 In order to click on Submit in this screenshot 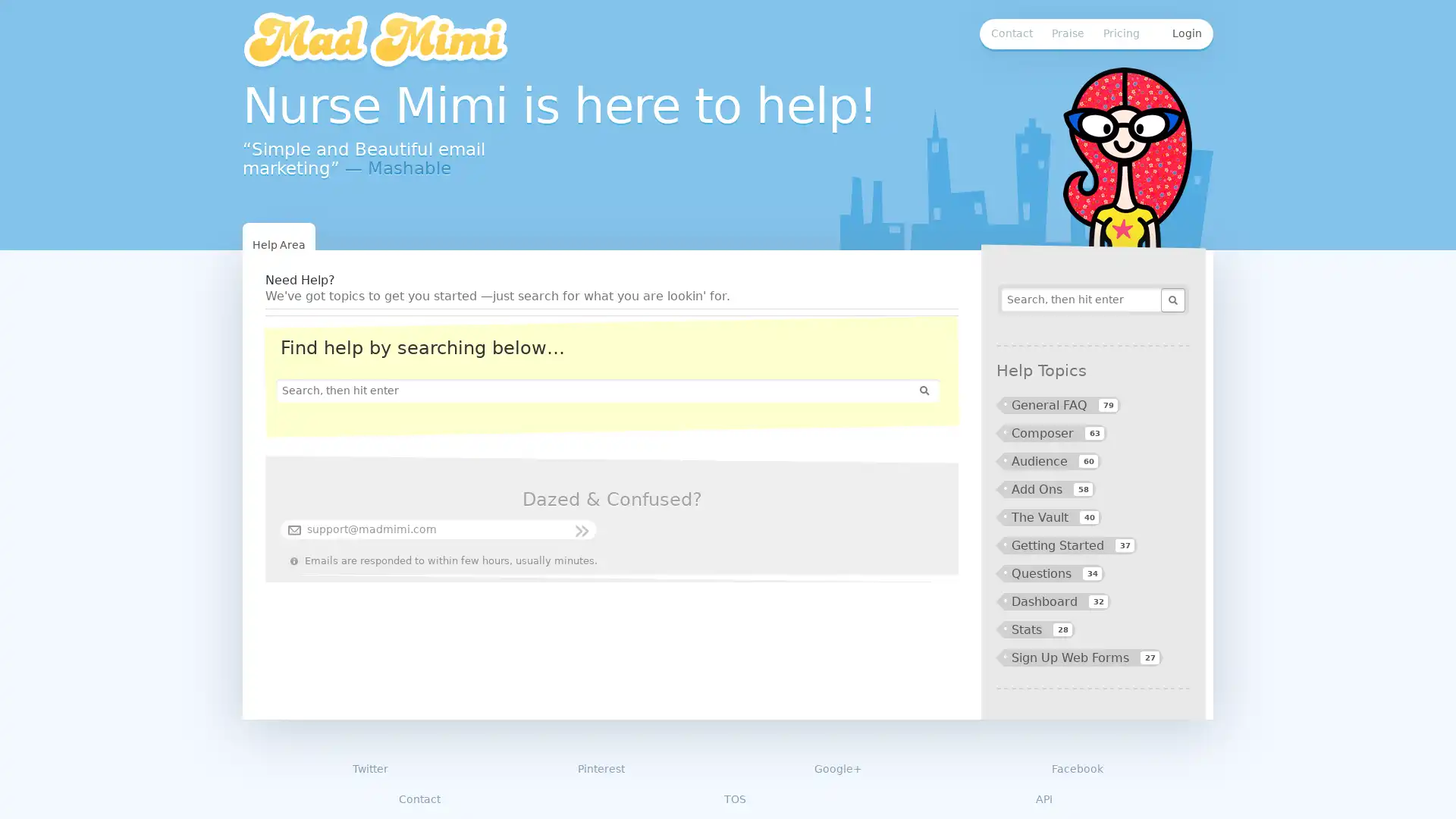, I will do `click(1171, 300)`.